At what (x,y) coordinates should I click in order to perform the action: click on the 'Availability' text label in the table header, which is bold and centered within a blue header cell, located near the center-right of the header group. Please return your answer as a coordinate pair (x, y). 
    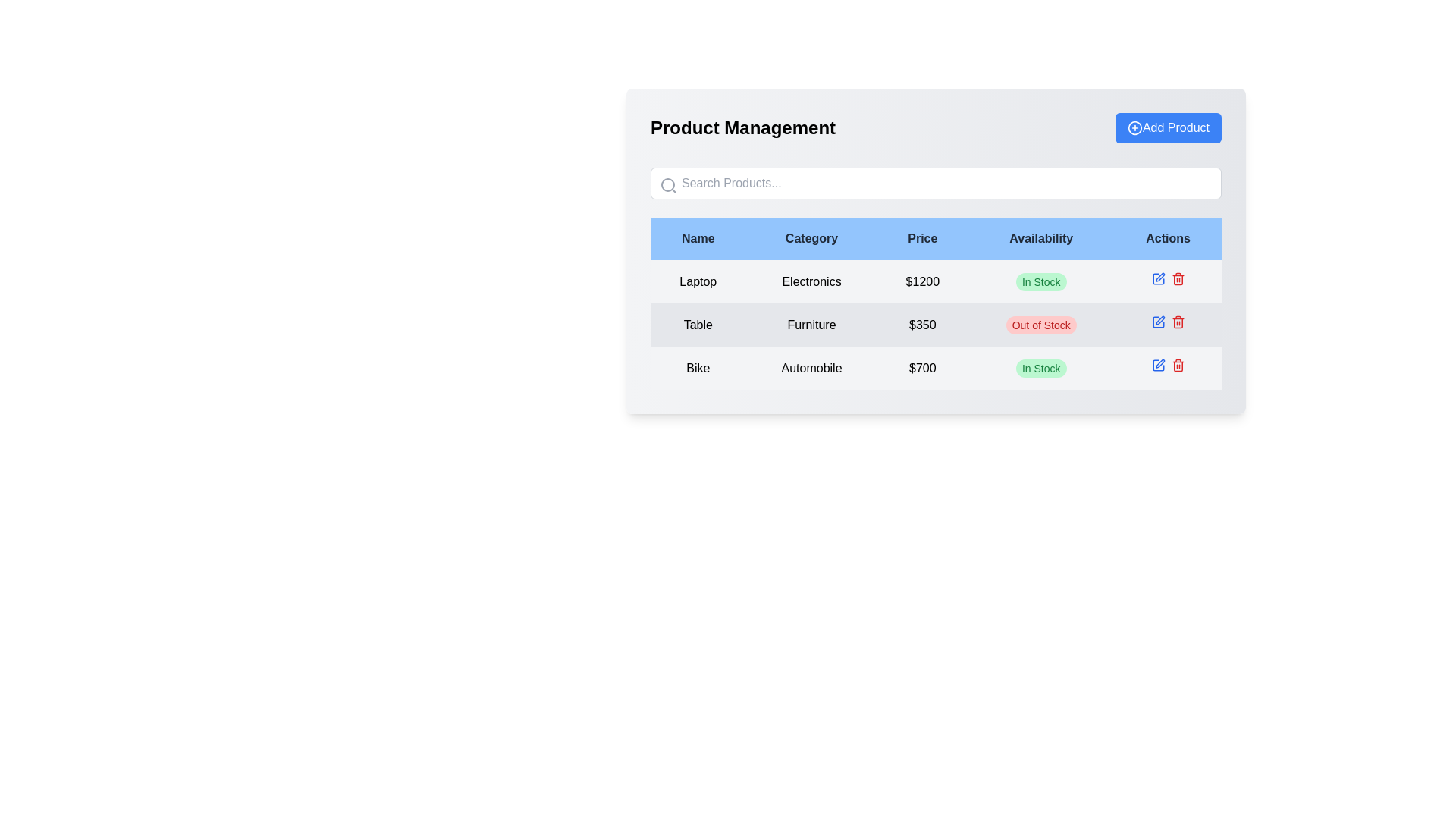
    Looking at the image, I should click on (1040, 239).